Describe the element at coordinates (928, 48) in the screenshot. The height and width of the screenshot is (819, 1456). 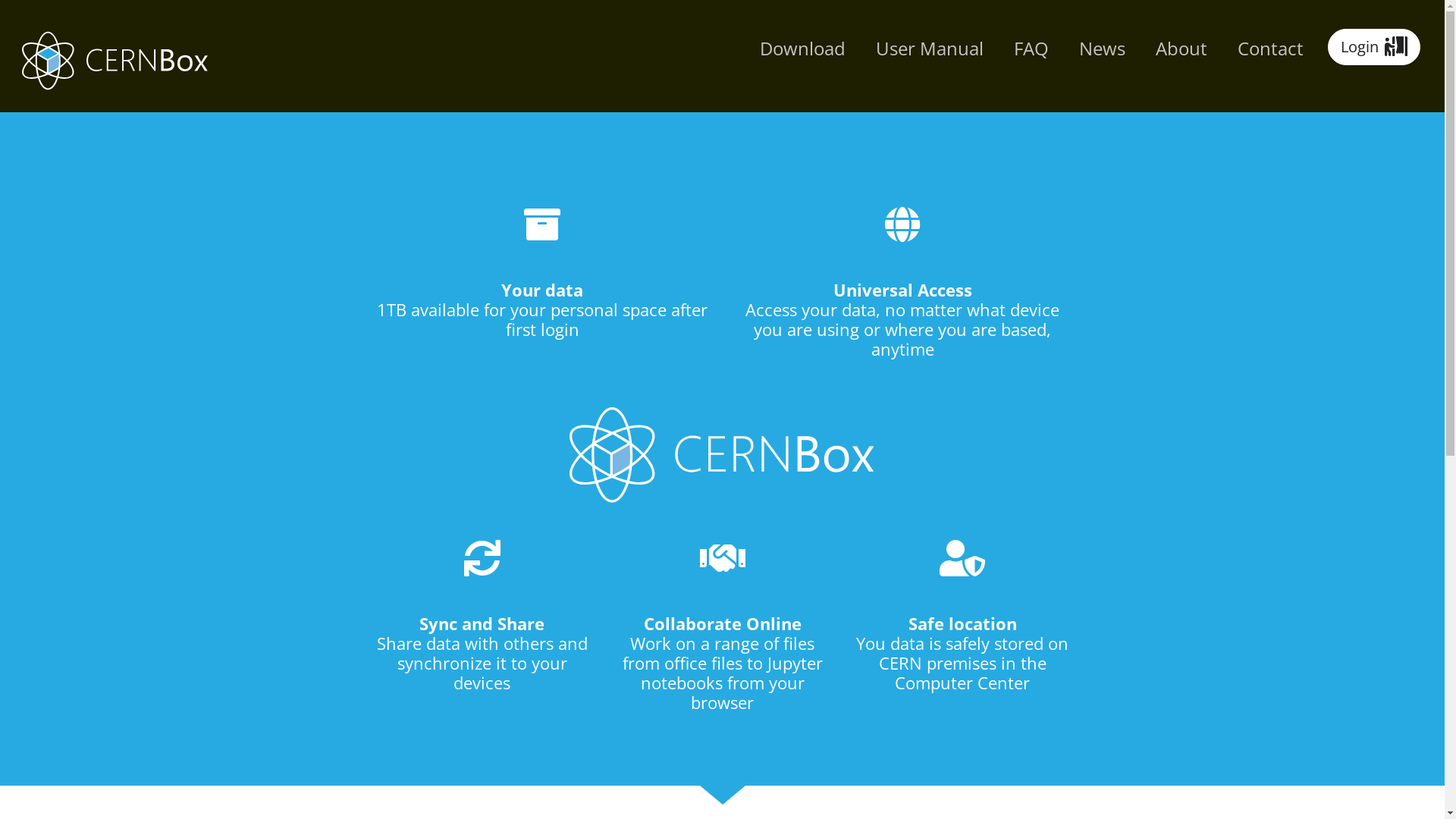
I see `'User Manual'` at that location.